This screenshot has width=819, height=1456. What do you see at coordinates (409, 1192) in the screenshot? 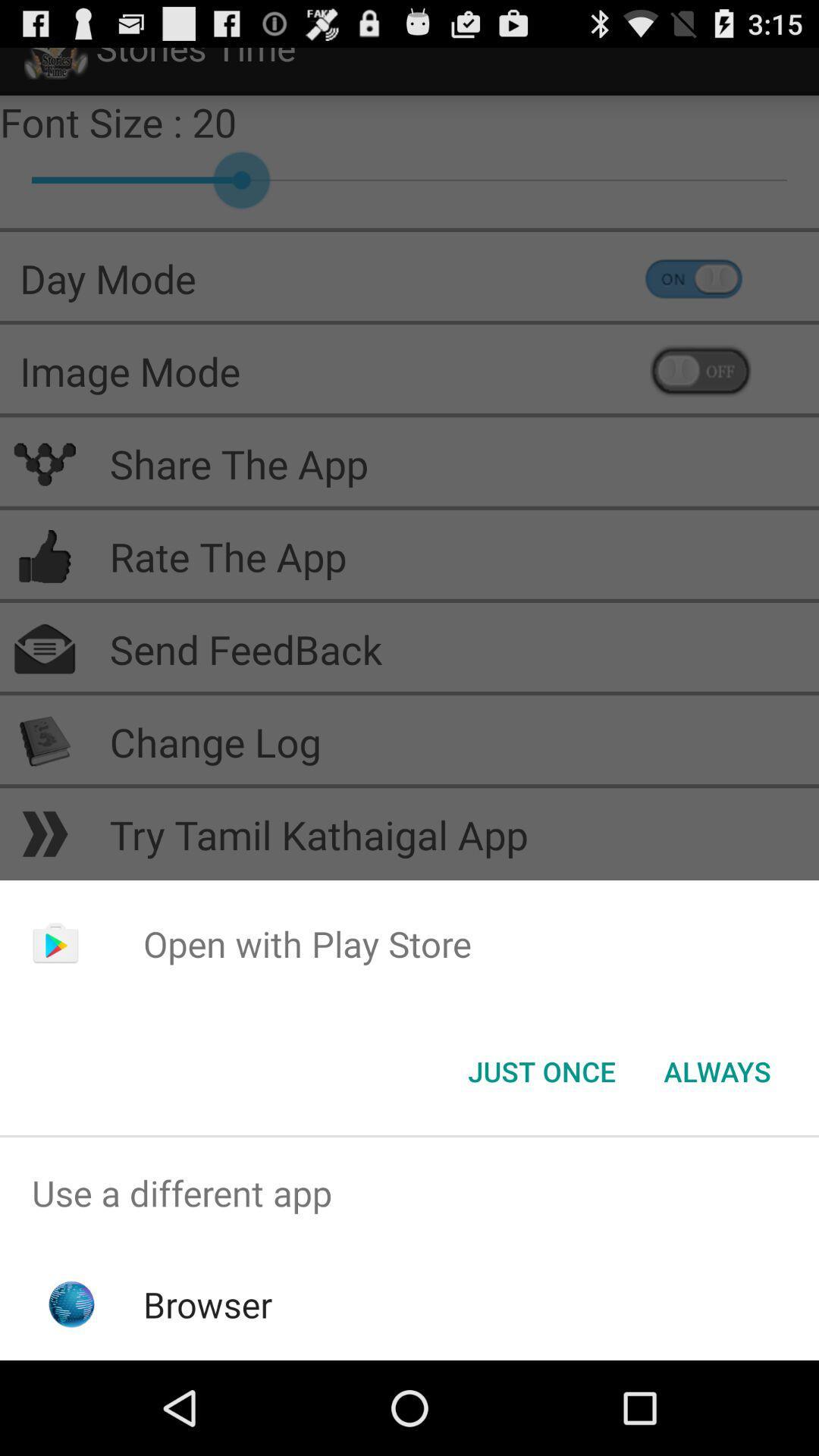
I see `the use a different item` at bounding box center [409, 1192].